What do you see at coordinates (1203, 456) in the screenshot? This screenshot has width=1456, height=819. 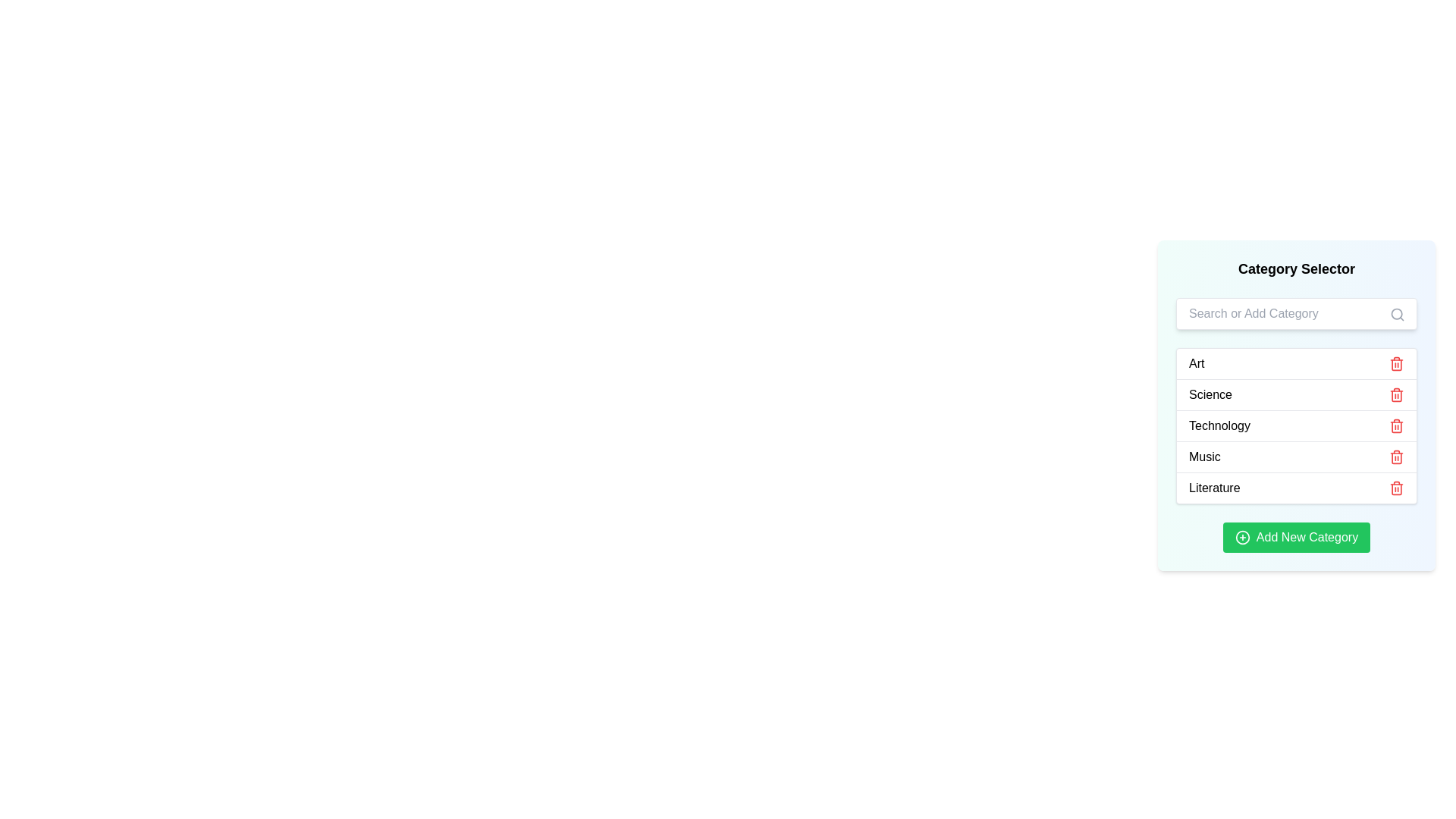 I see `the label in the fourth row of the category list, which is positioned between the 'Technology' and 'Literature' labels` at bounding box center [1203, 456].